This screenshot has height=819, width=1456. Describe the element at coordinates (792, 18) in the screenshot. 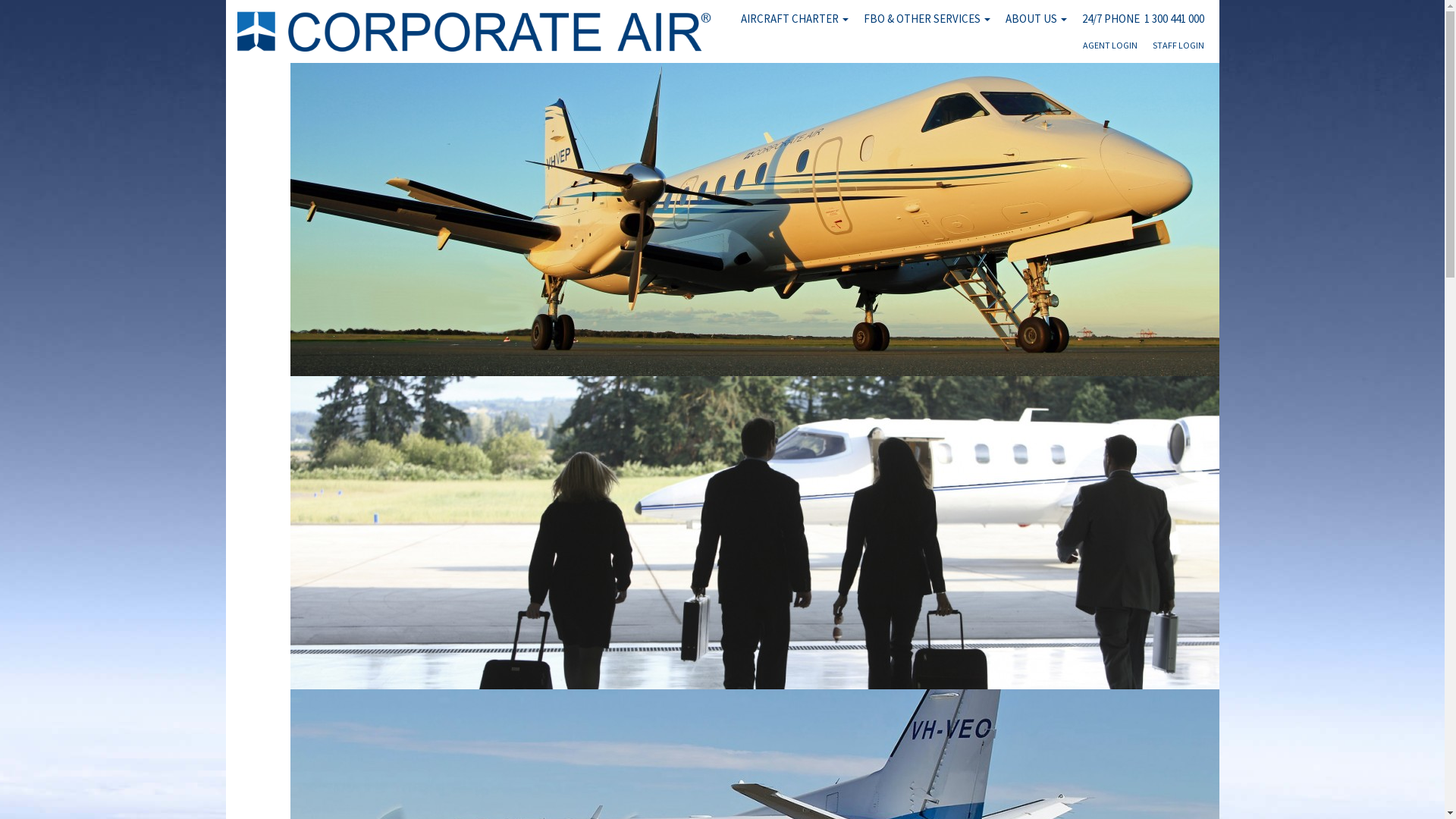

I see `'AIRCRAFT CHARTER'` at that location.